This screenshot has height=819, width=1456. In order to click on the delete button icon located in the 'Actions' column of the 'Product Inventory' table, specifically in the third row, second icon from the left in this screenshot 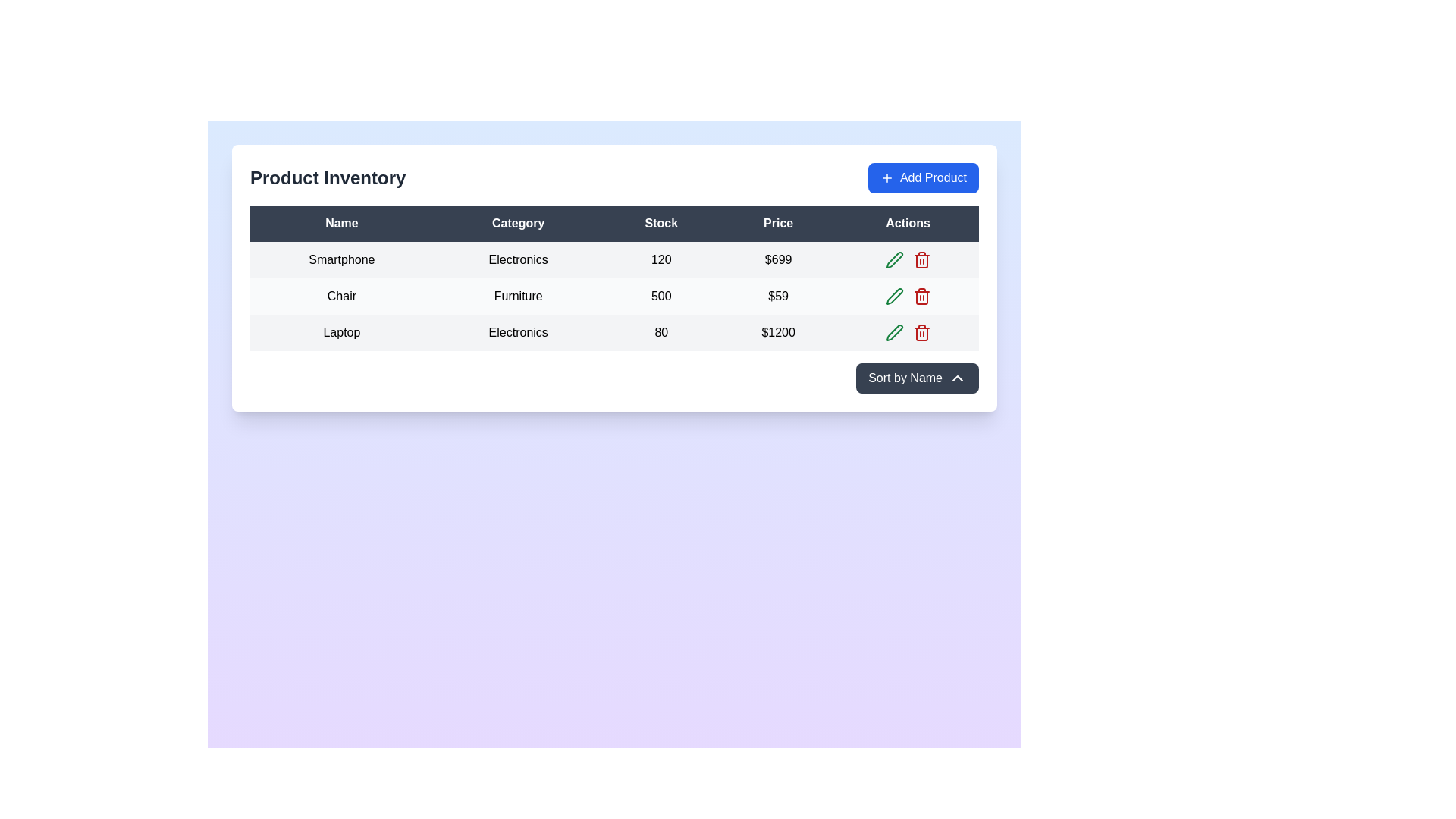, I will do `click(921, 259)`.